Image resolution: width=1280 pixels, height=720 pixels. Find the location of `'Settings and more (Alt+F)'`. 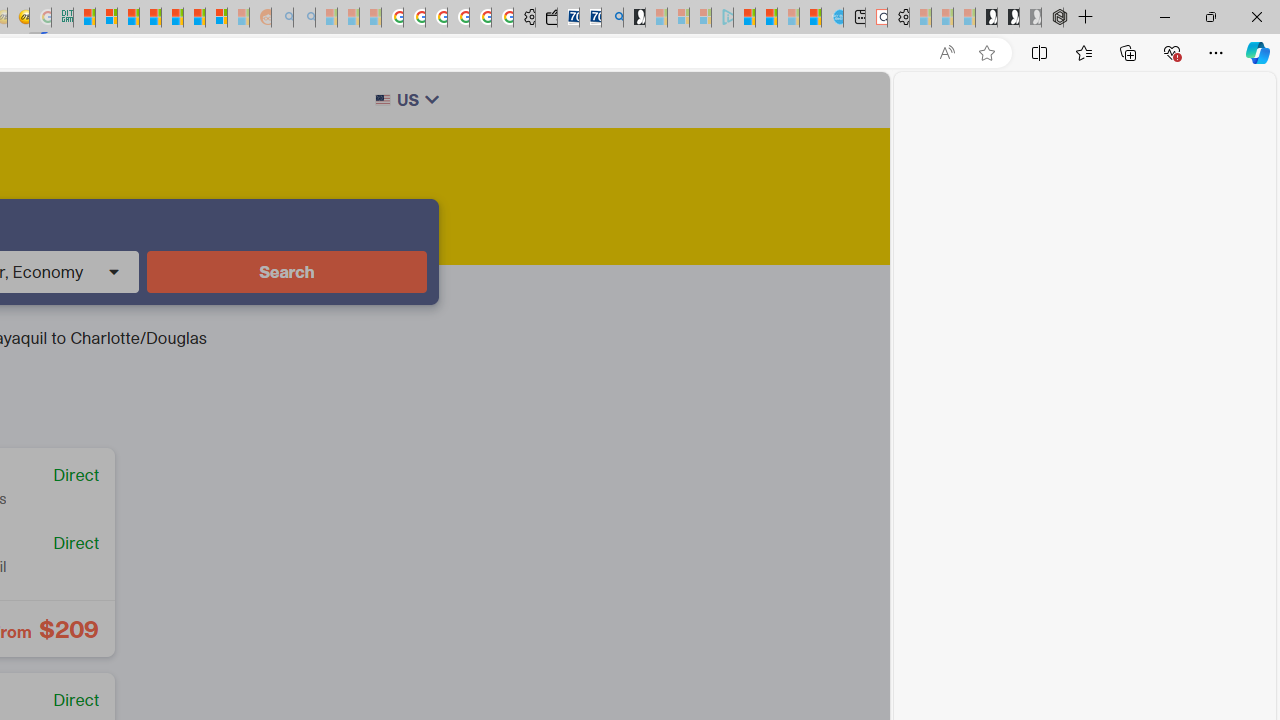

'Settings and more (Alt+F)' is located at coordinates (1215, 51).